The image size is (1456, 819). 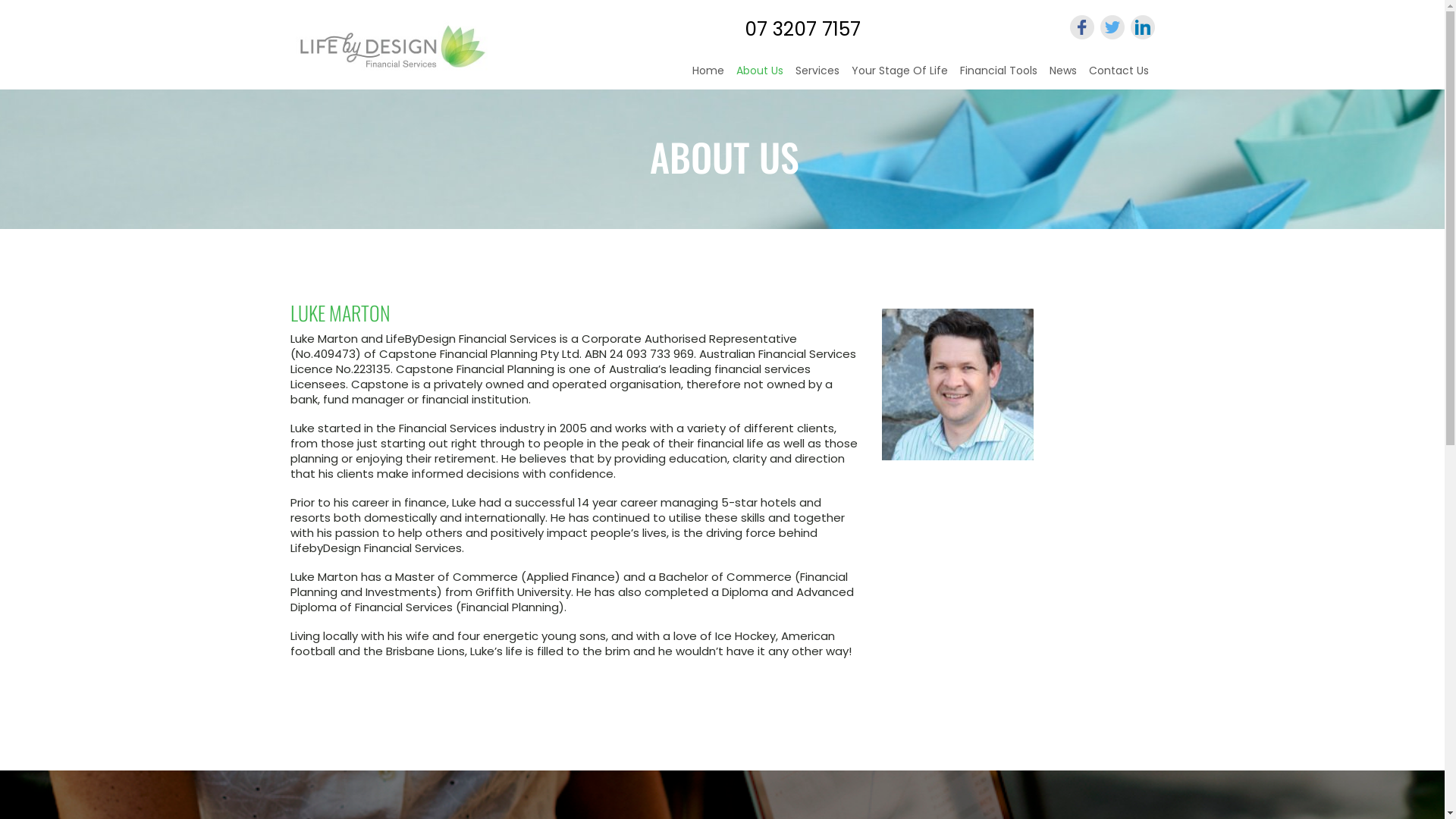 I want to click on 'Contact Us', so click(x=1119, y=67).